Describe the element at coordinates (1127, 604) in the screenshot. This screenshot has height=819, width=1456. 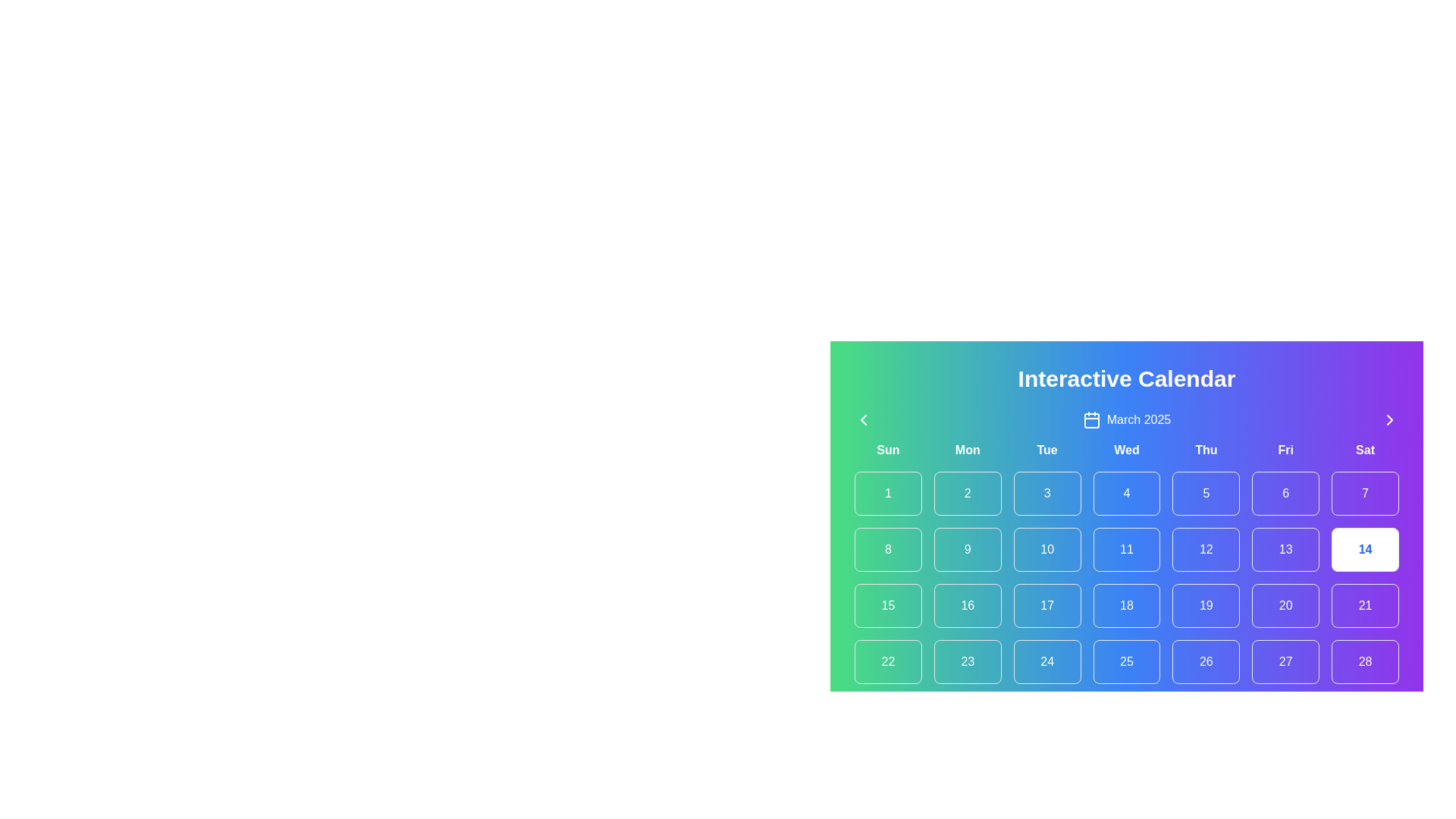
I see `the button representing the date 18th in the calendar interface` at that location.